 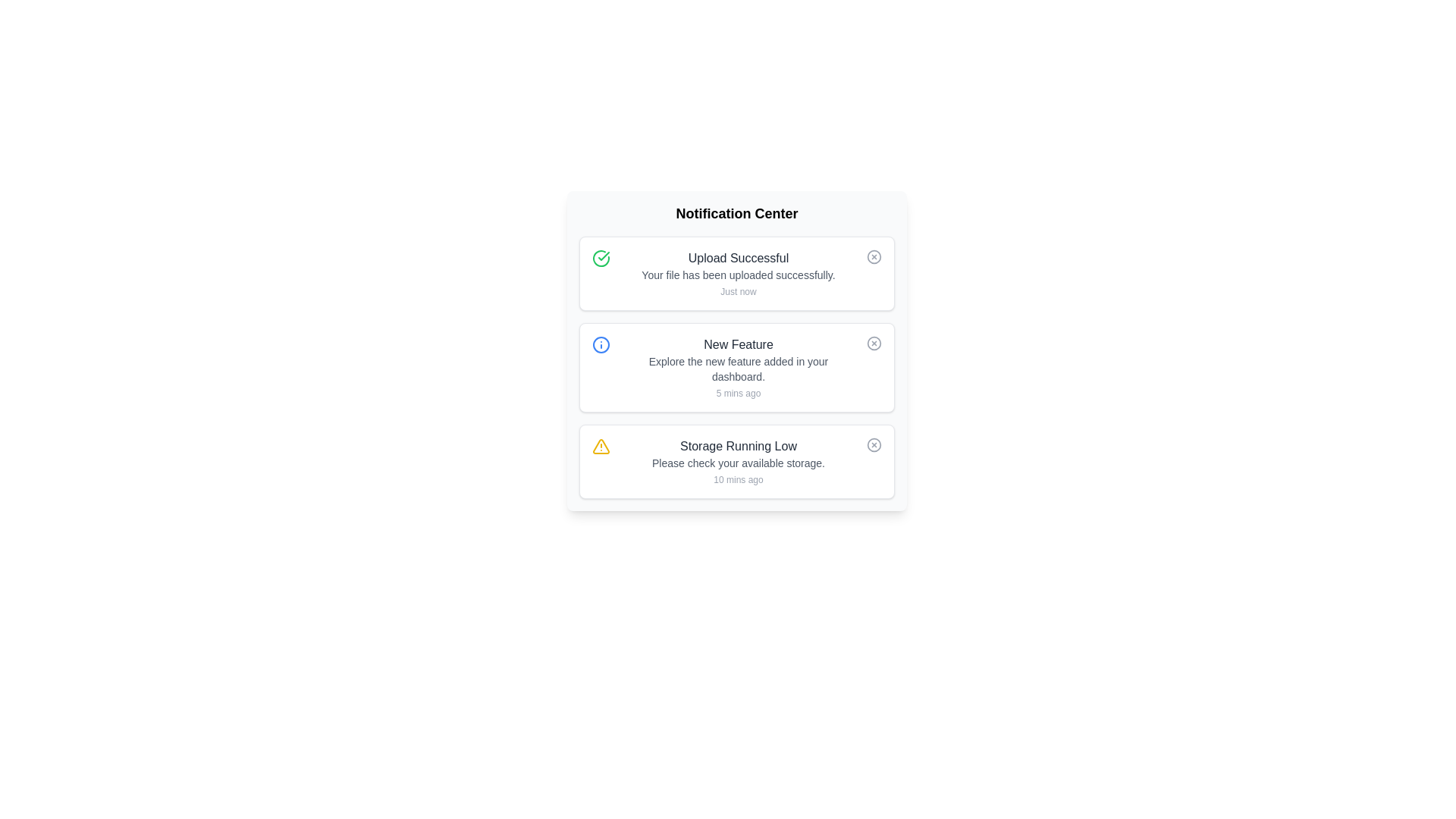 What do you see at coordinates (739, 462) in the screenshot?
I see `text label that provides additional context regarding storage status, positioned below the title in the 'Storage Running Low' notification card` at bounding box center [739, 462].